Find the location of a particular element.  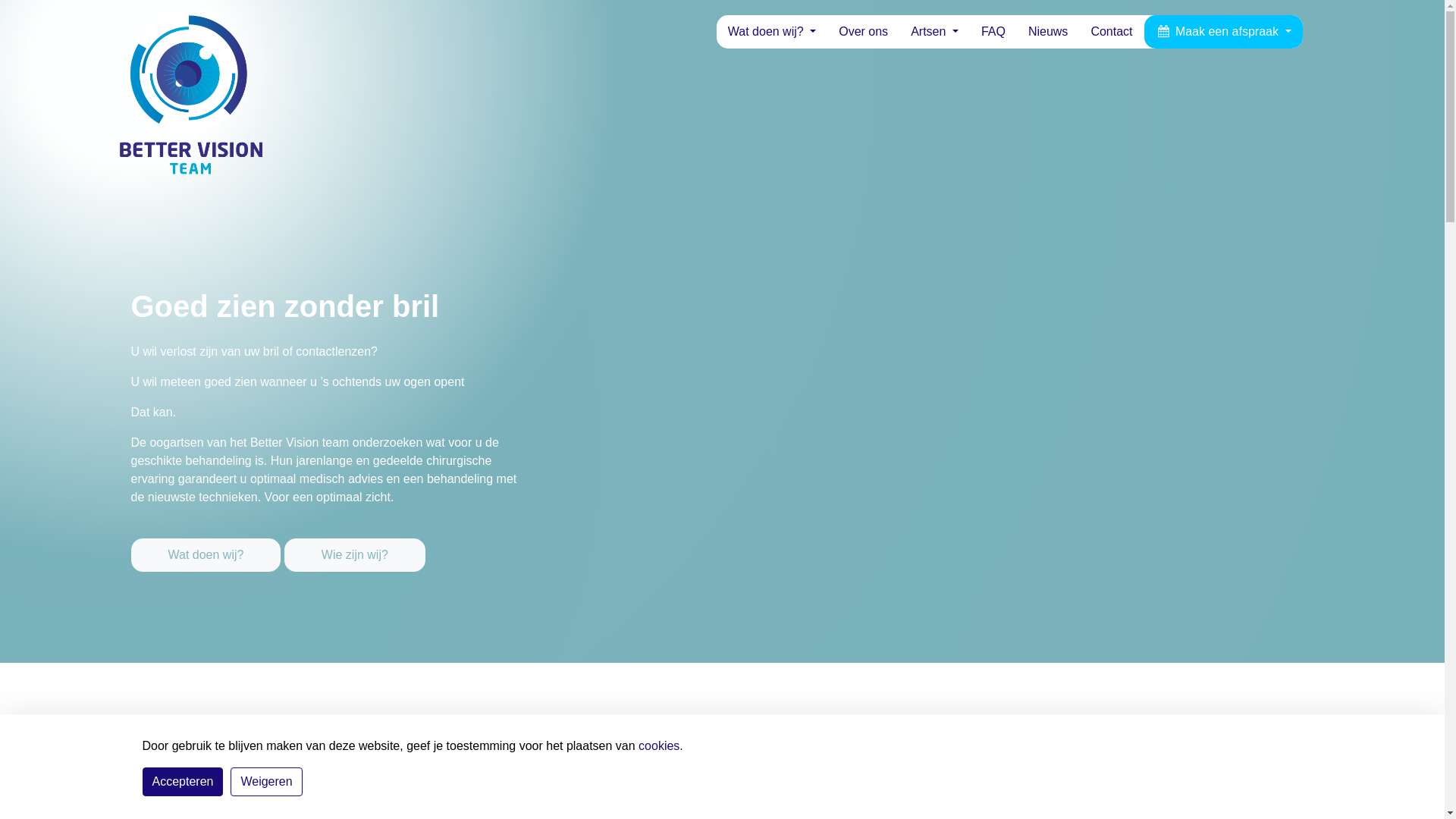

'Artsen' is located at coordinates (934, 32).